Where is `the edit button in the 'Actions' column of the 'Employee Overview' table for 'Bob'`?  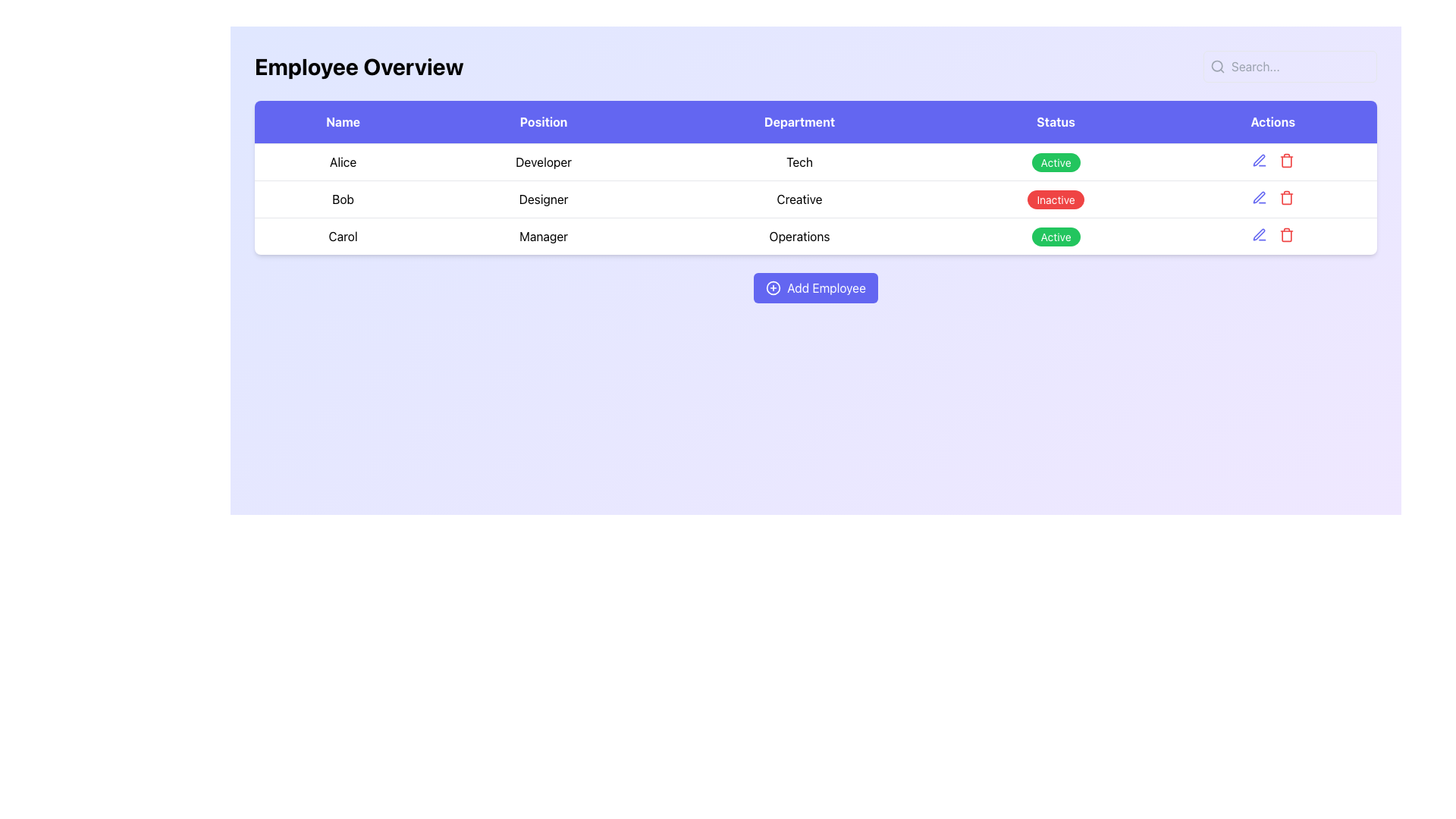
the edit button in the 'Actions' column of the 'Employee Overview' table for 'Bob' is located at coordinates (1259, 234).